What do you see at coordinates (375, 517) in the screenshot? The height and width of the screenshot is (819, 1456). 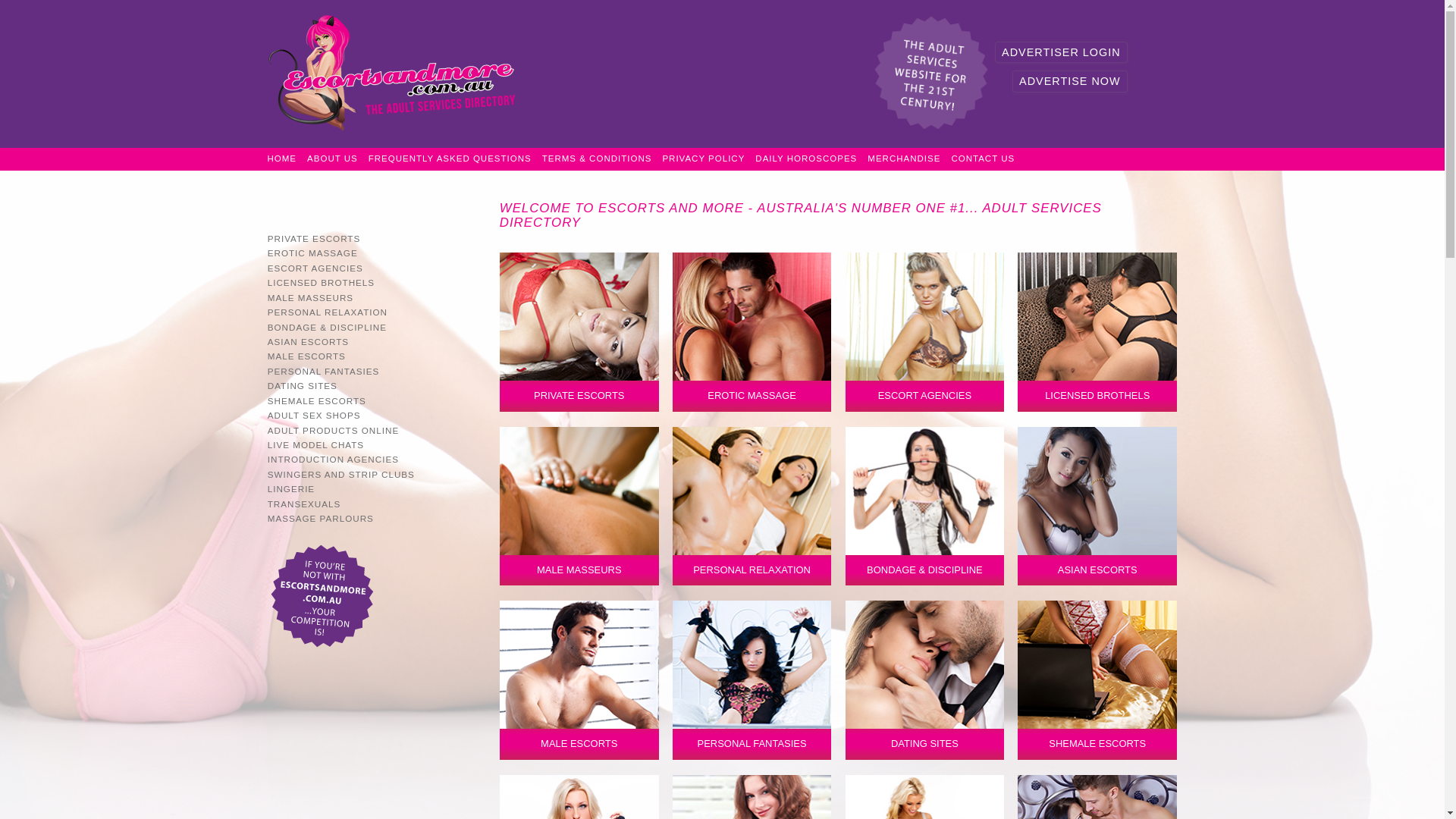 I see `'MASSAGE PARLOURS'` at bounding box center [375, 517].